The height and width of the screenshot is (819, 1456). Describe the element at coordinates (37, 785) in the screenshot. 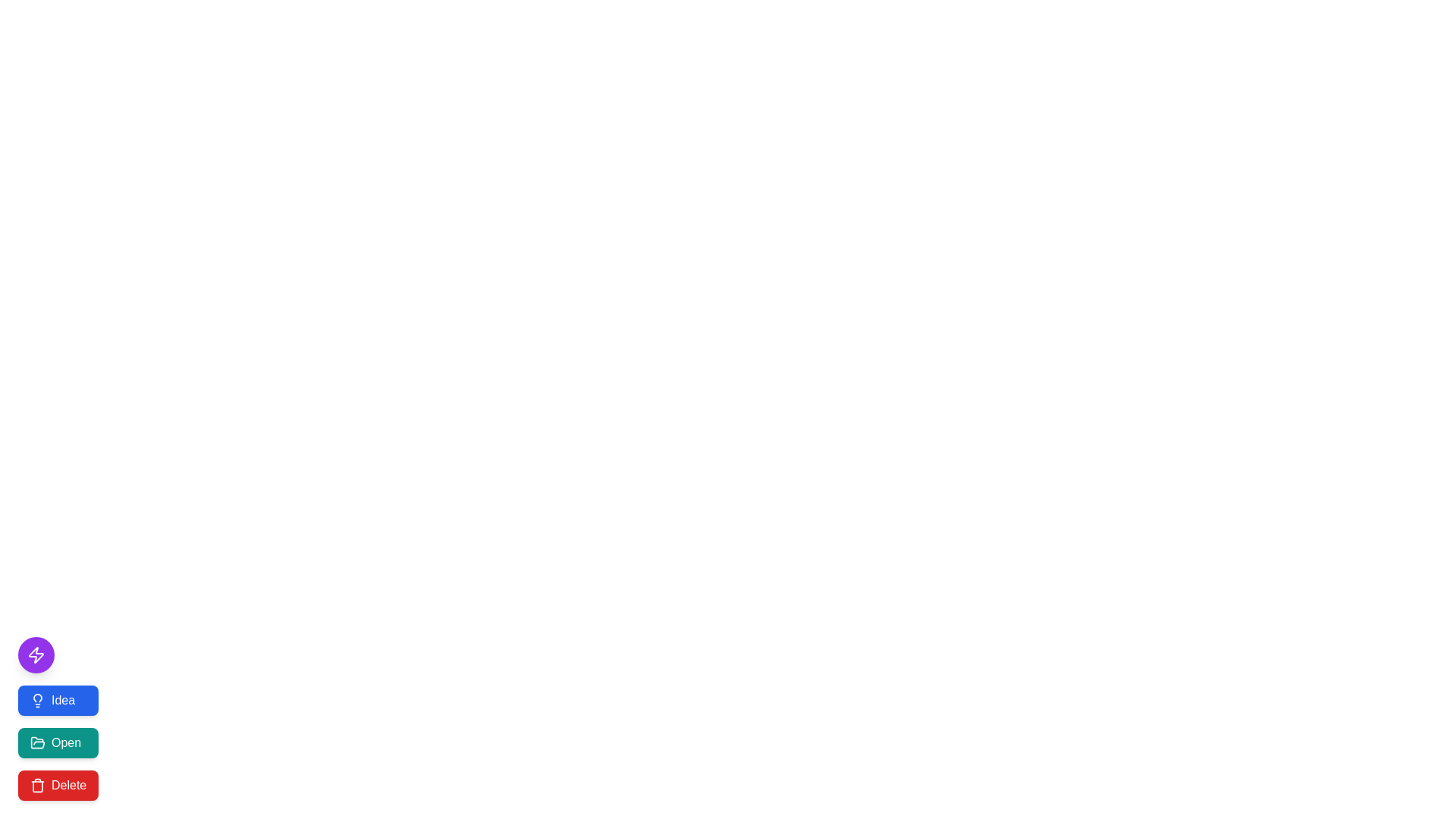

I see `the trash can-shaped delete icon` at that location.